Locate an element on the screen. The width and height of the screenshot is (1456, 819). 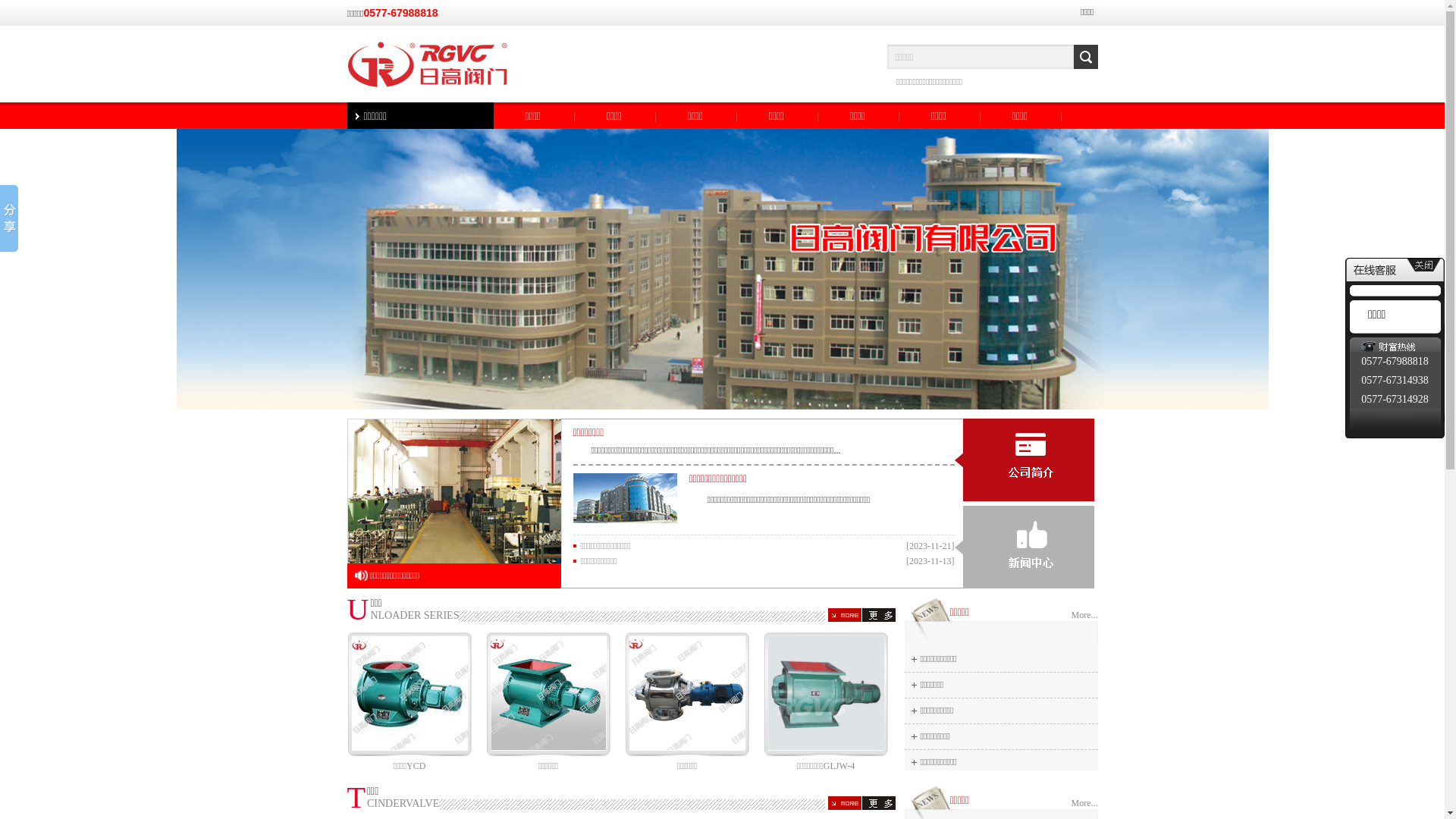
'More...' is located at coordinates (1083, 802).